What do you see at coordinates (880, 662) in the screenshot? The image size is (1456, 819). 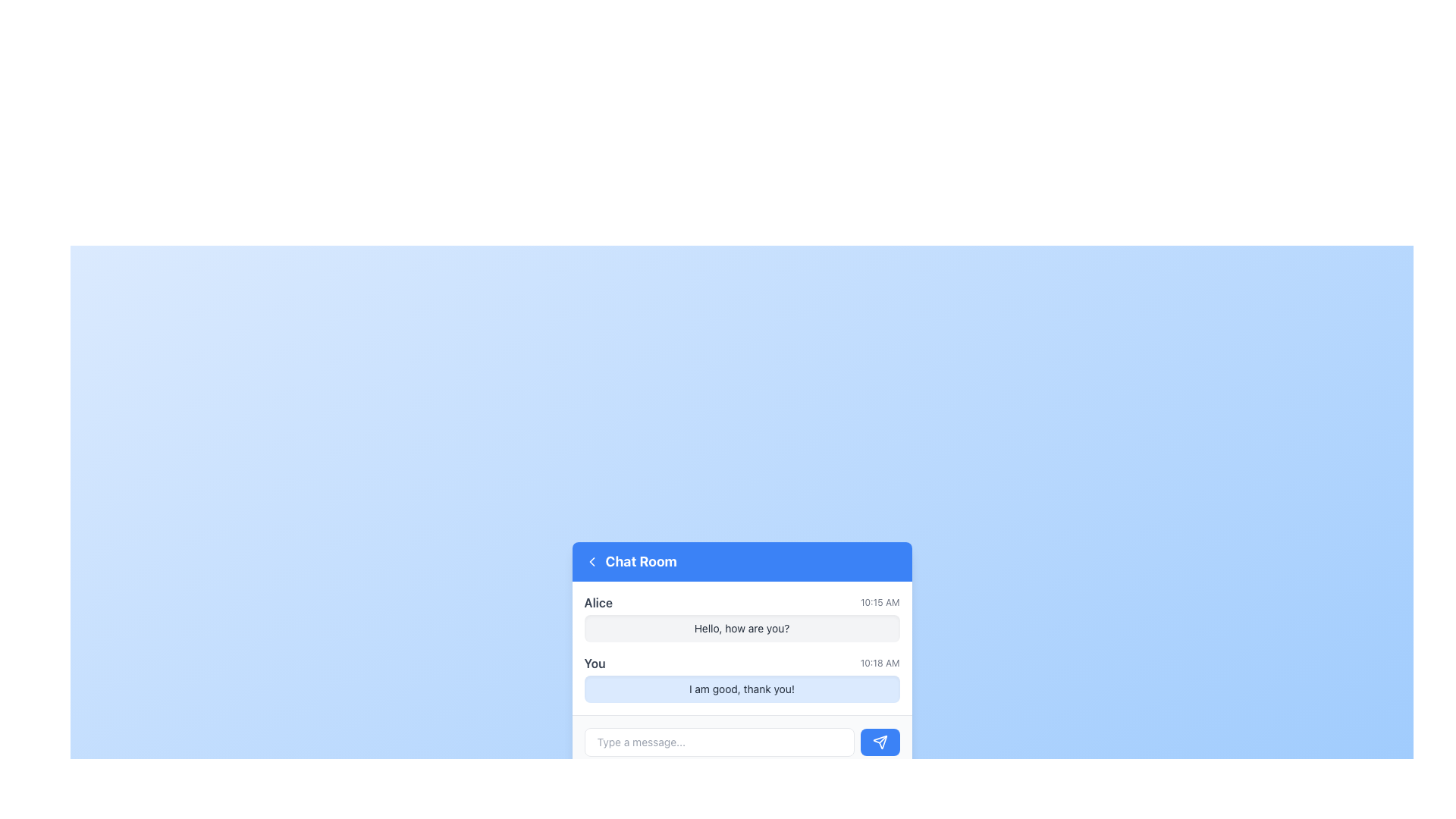 I see `time displayed in the small light-gray text snippet showing '10:18 AM', located on the far-right side of the message header, next to the text 'You'` at bounding box center [880, 662].